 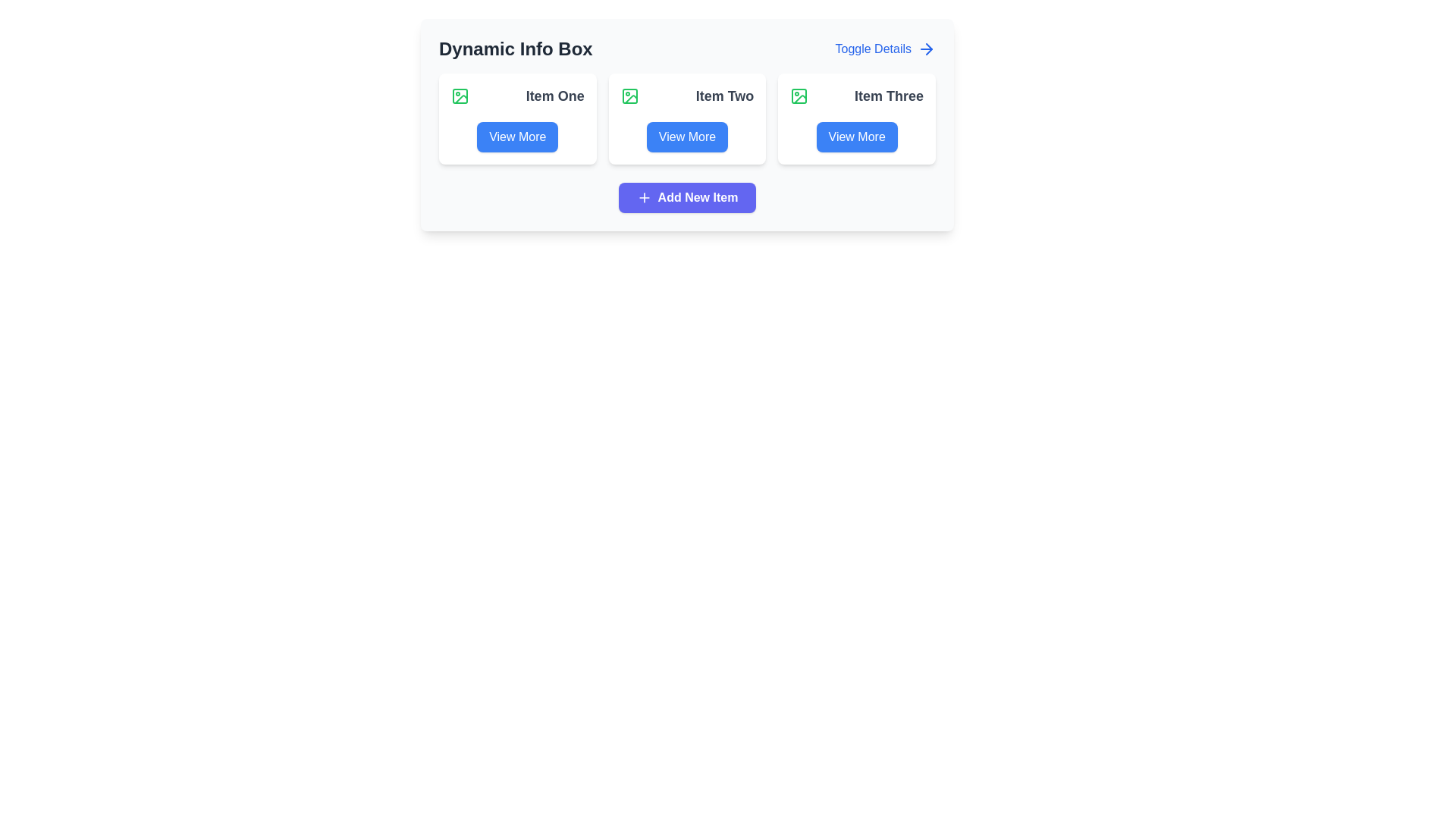 What do you see at coordinates (857, 137) in the screenshot?
I see `the button located in the third item box labeled 'Item Three'` at bounding box center [857, 137].